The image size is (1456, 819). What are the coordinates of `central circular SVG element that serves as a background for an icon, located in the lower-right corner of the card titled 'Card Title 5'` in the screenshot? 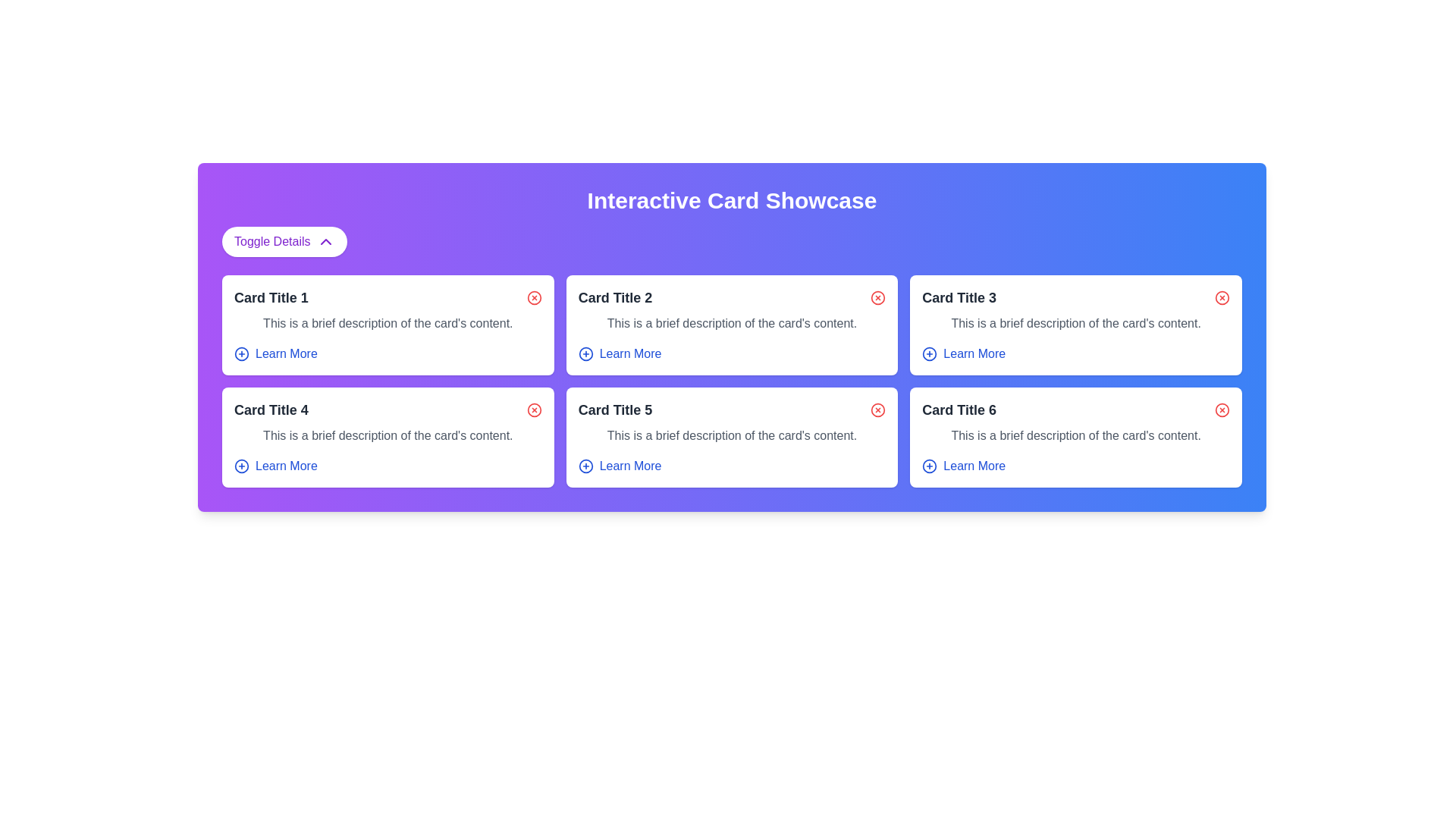 It's located at (585, 465).